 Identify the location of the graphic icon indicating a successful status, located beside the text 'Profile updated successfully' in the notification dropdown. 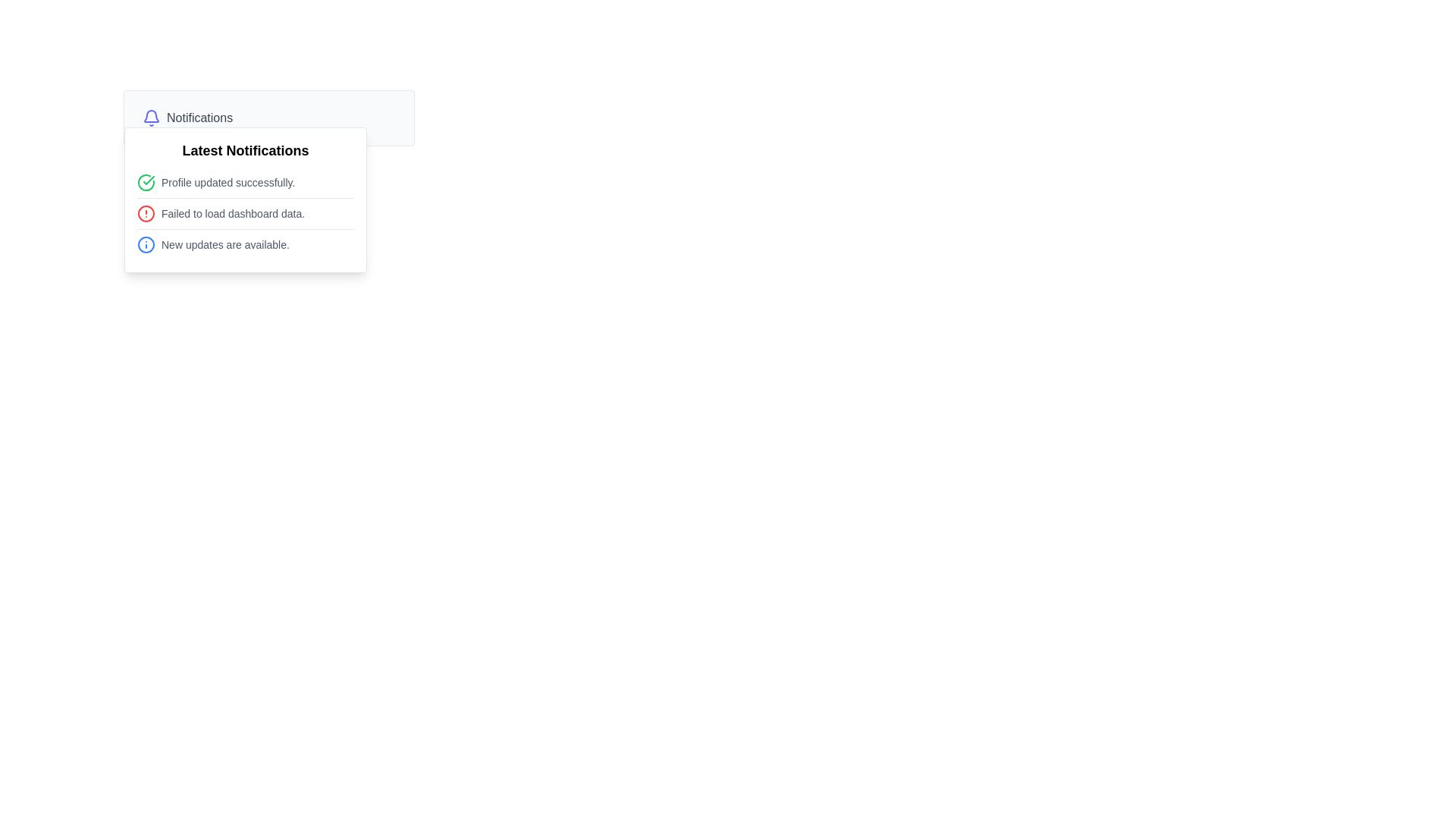
(146, 181).